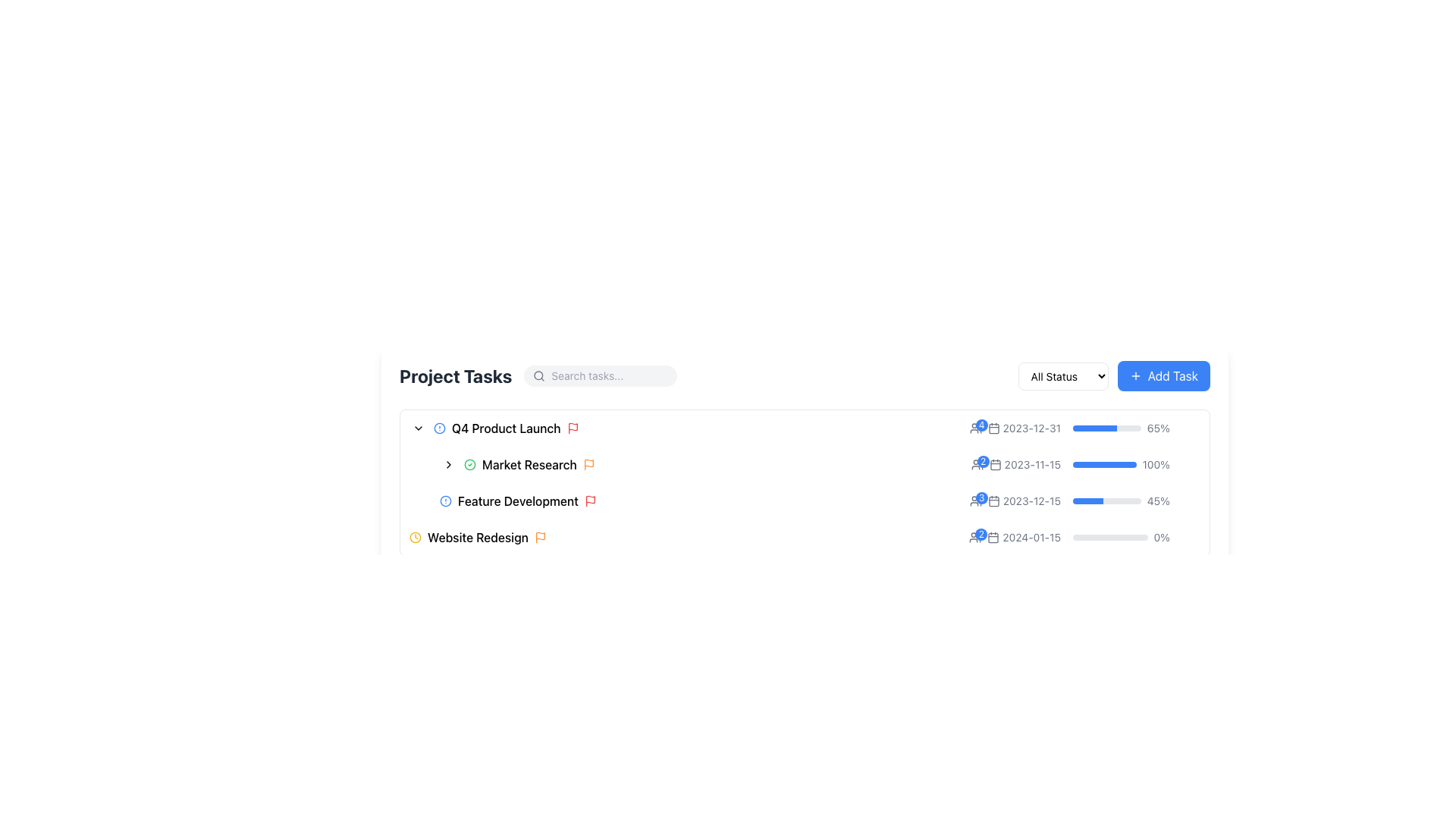 This screenshot has height=819, width=1456. What do you see at coordinates (993, 537) in the screenshot?
I see `the date icon positioned on the far right of the 'Website Redesign' task row, adjacent to the text '2024-01-15'` at bounding box center [993, 537].